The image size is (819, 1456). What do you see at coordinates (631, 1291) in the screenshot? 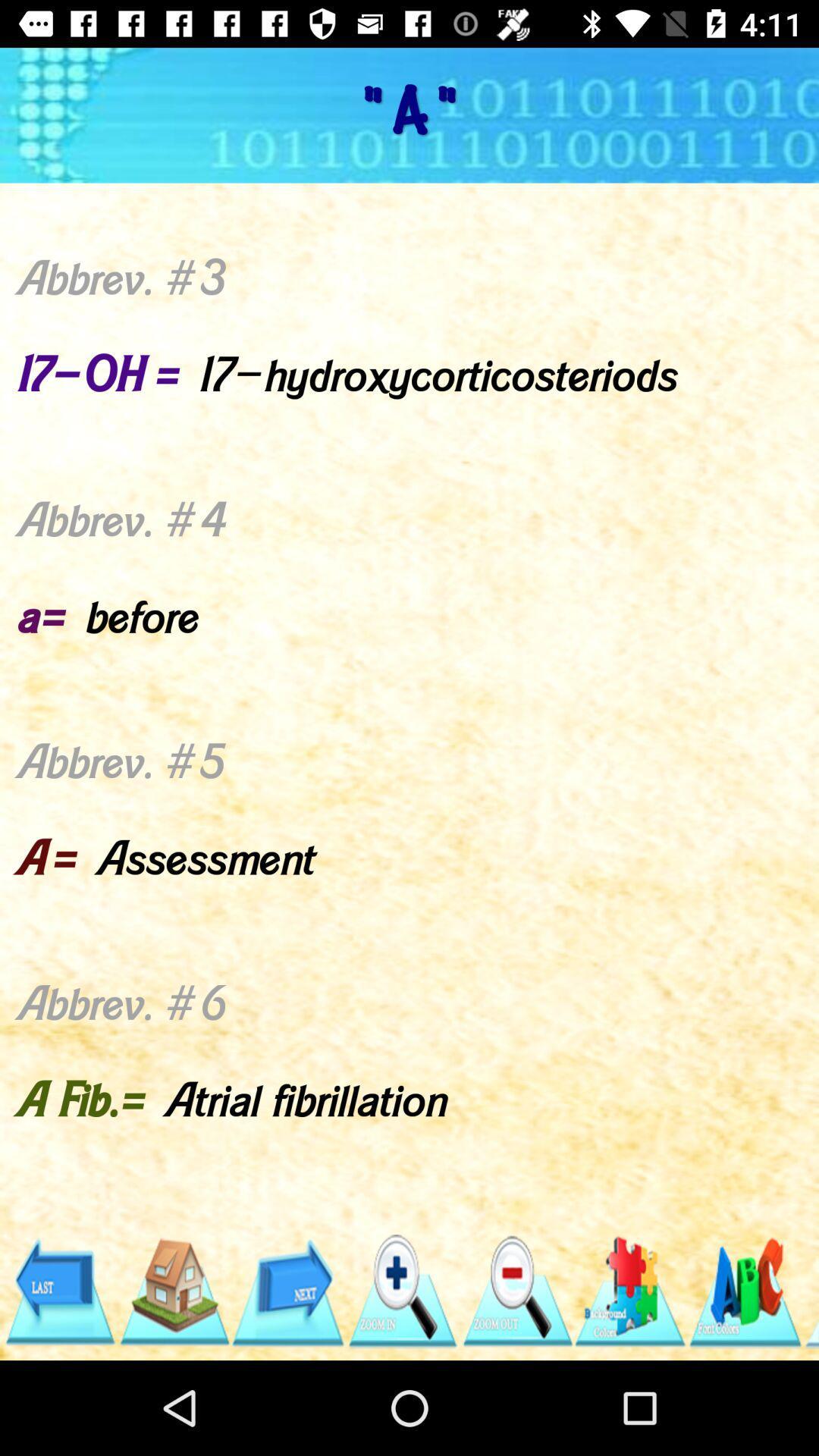
I see `puzzle application option` at bounding box center [631, 1291].